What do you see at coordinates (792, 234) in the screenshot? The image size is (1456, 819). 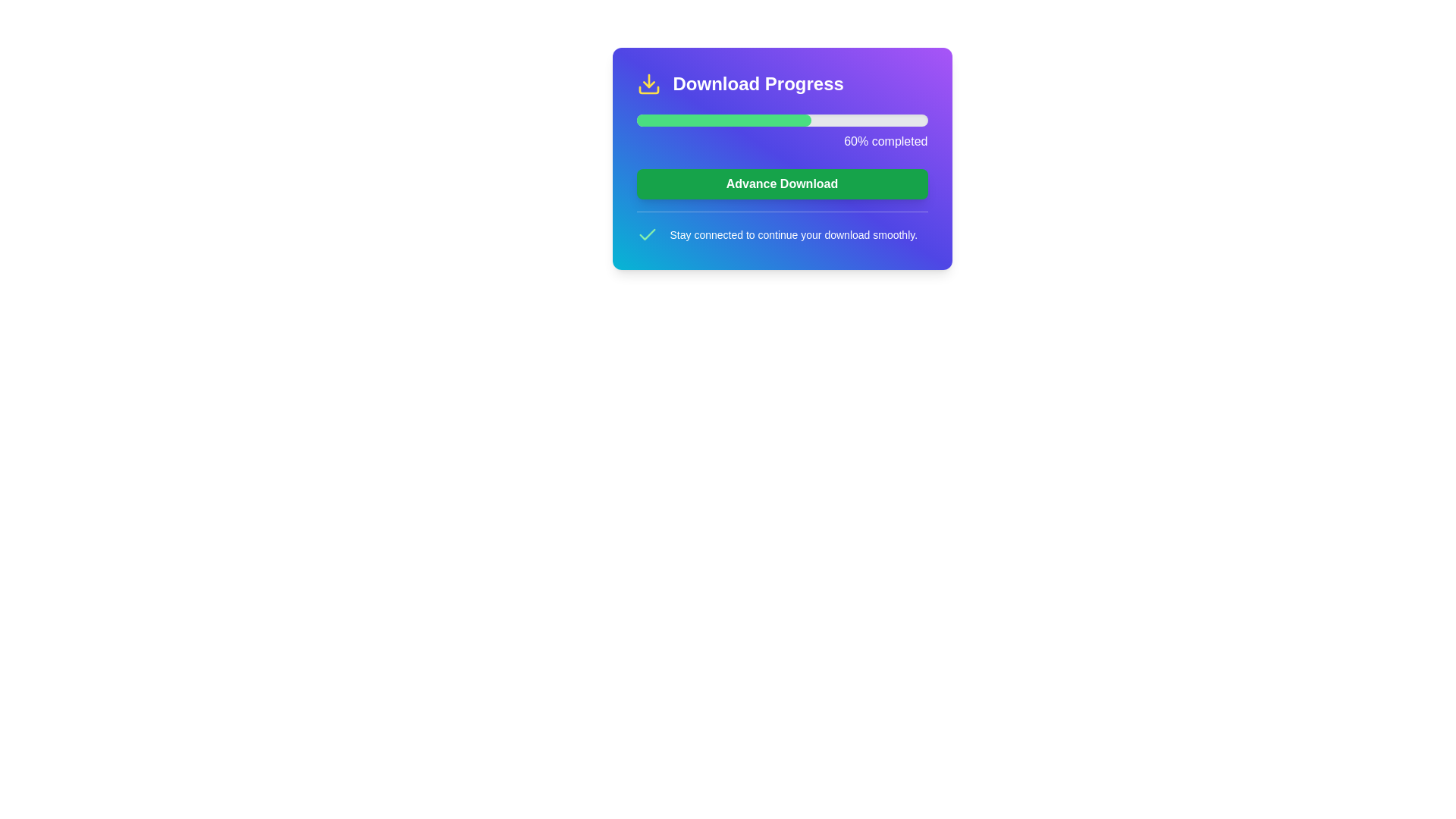 I see `the white-colored text stating 'Stay connected to continue your download smoothly.' which is centered in a horizontal layout, located at the bottom of a card-like component with 'Download Progress' title` at bounding box center [792, 234].